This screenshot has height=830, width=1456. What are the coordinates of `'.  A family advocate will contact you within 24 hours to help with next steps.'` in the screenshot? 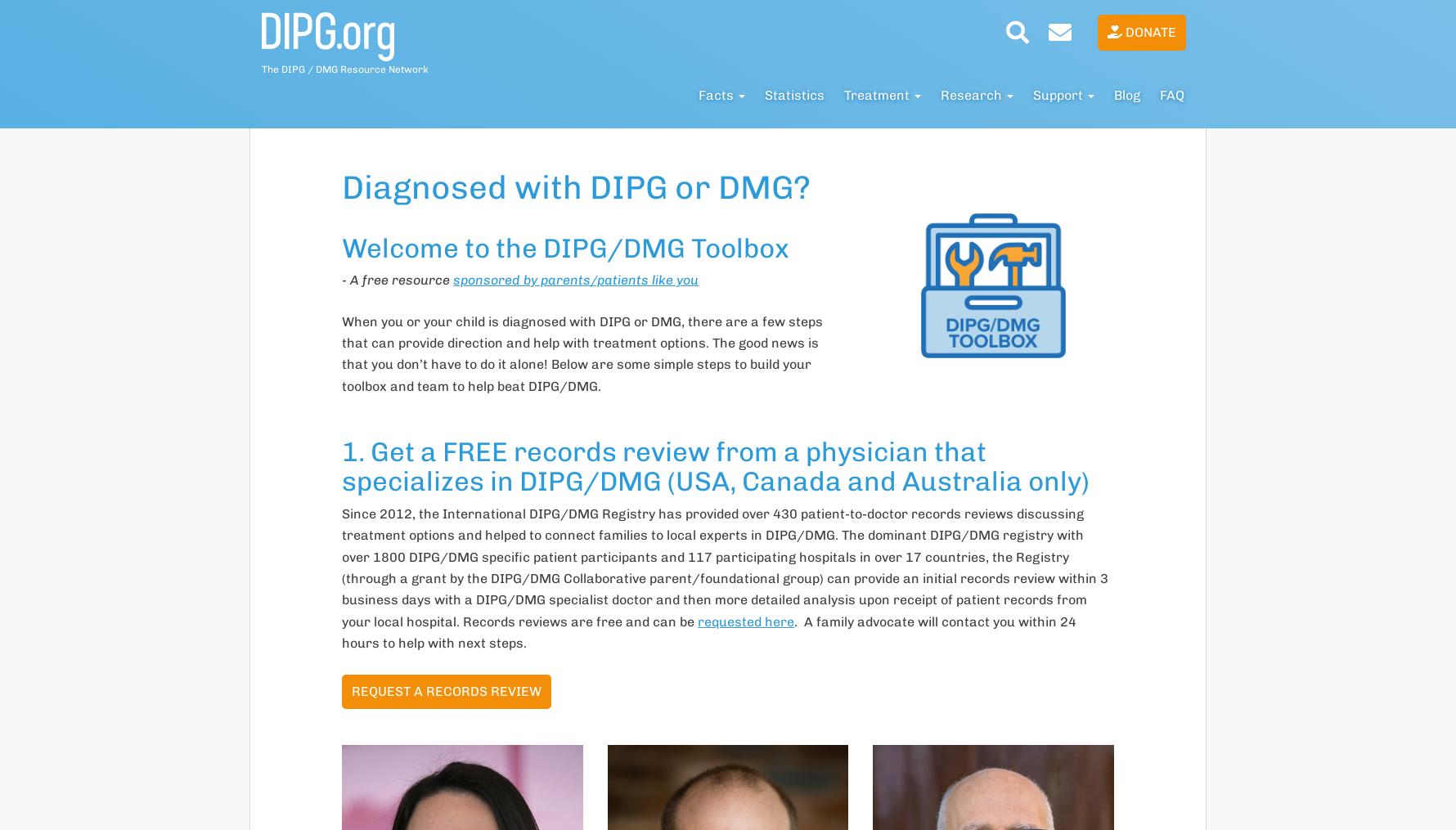 It's located at (708, 631).